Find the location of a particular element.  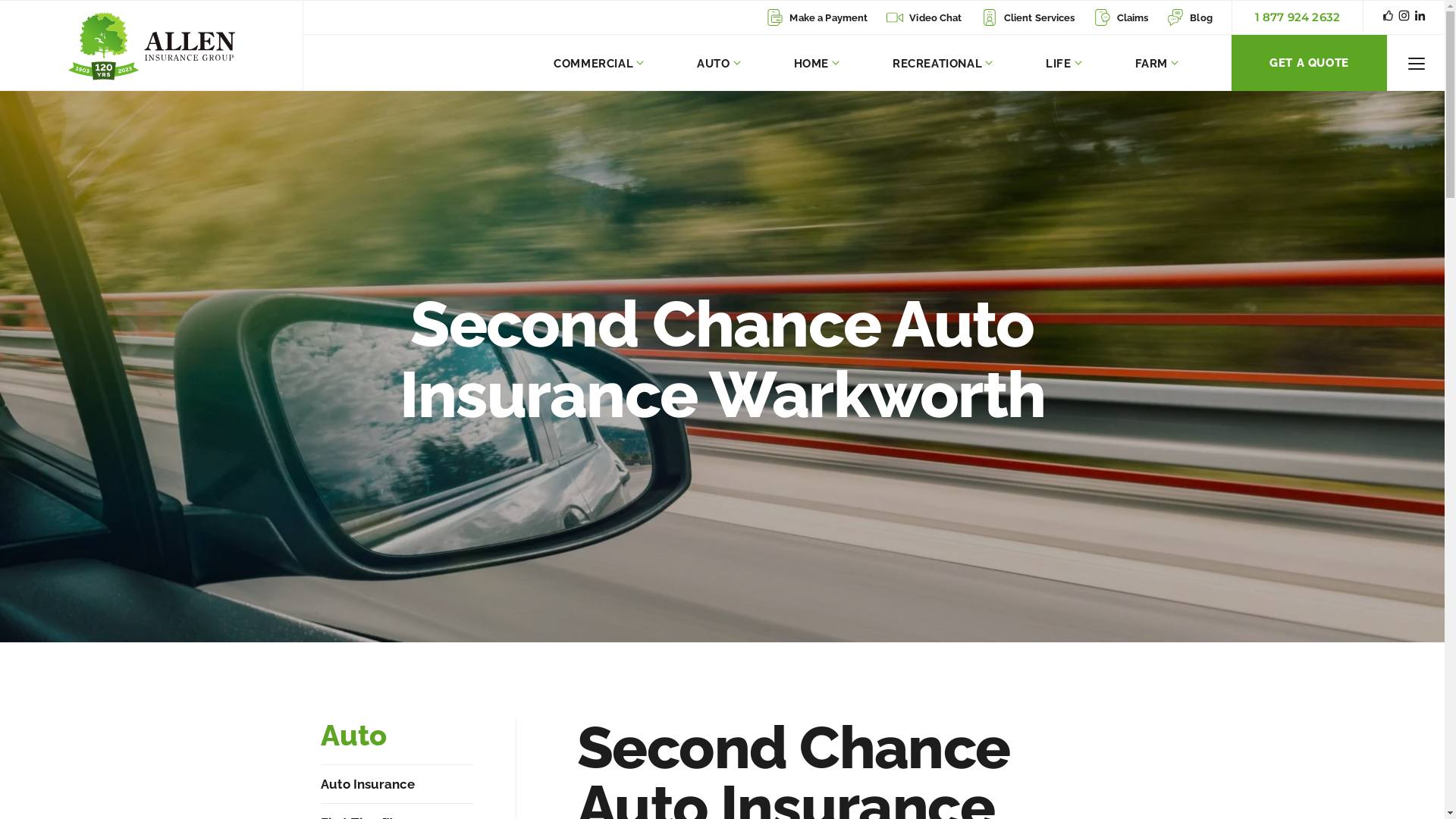

'Linkedin' is located at coordinates (1419, 17).